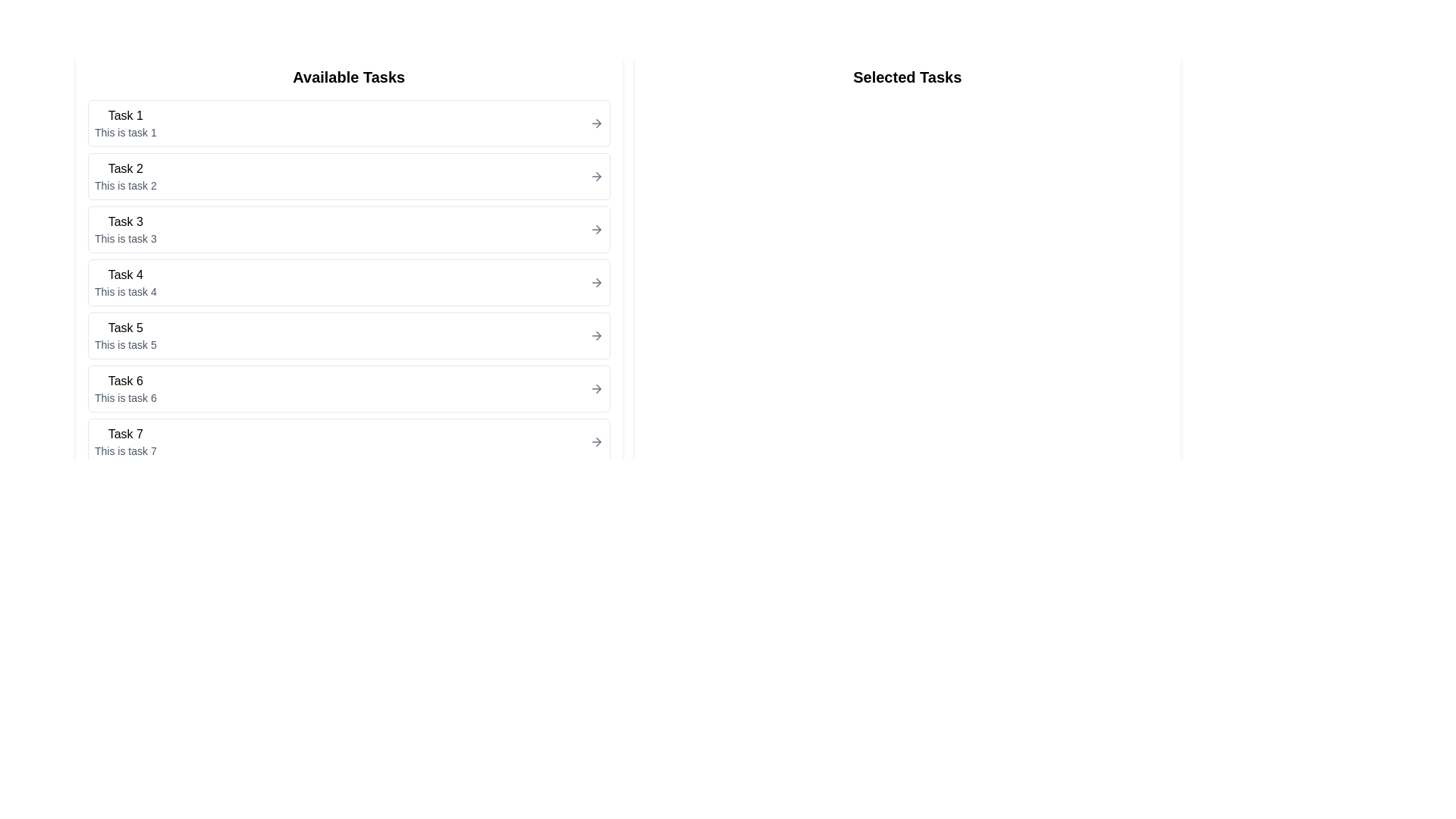 This screenshot has width=1456, height=819. What do you see at coordinates (595, 283) in the screenshot?
I see `the forward navigation icon (Arrow) located in the row labelled 'Task 4' of the 'Available Tasks' list` at bounding box center [595, 283].